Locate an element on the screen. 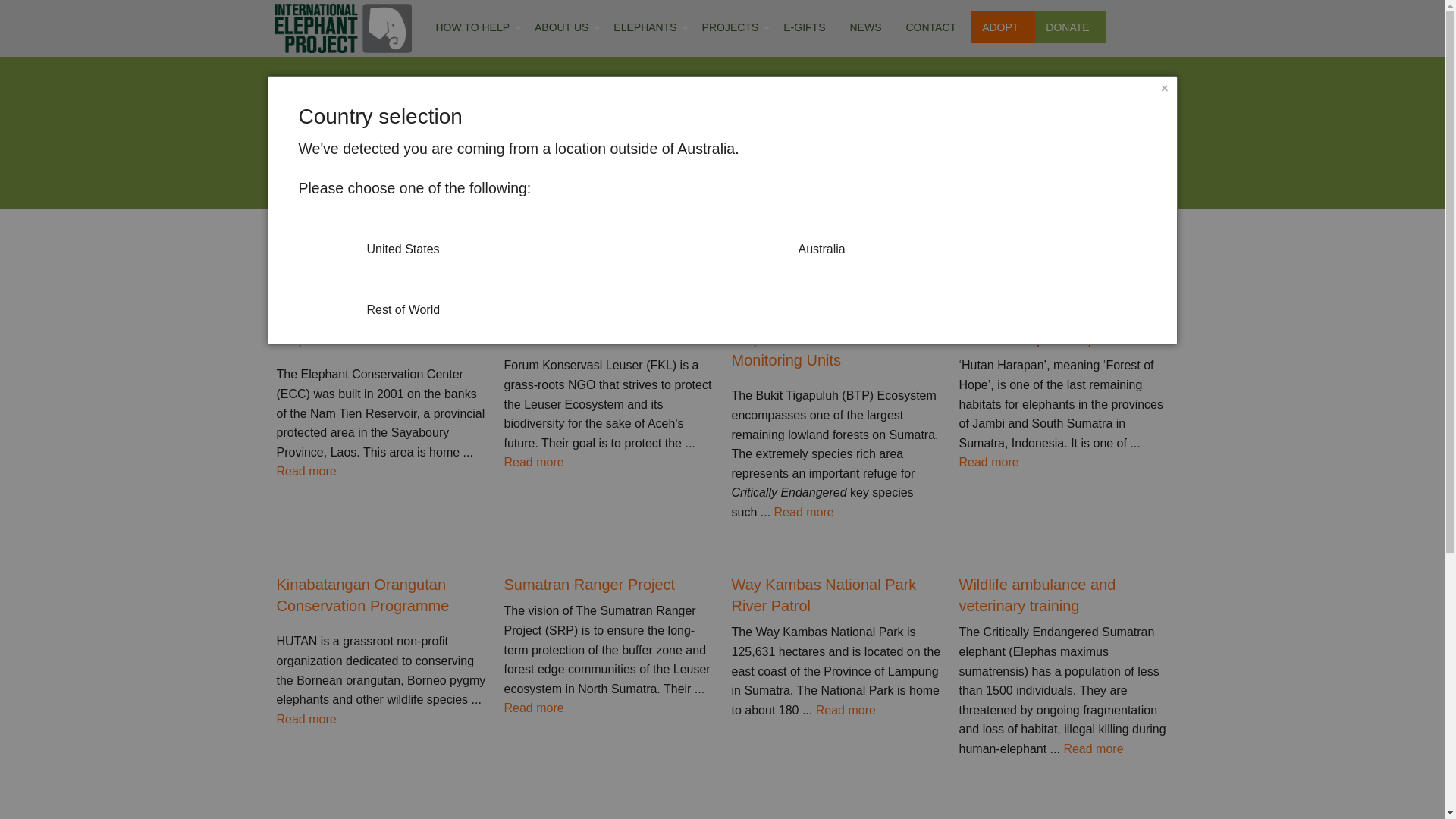 The height and width of the screenshot is (819, 1456). 'ASIAN ELEPHANT FACTS' is located at coordinates (644, 73).